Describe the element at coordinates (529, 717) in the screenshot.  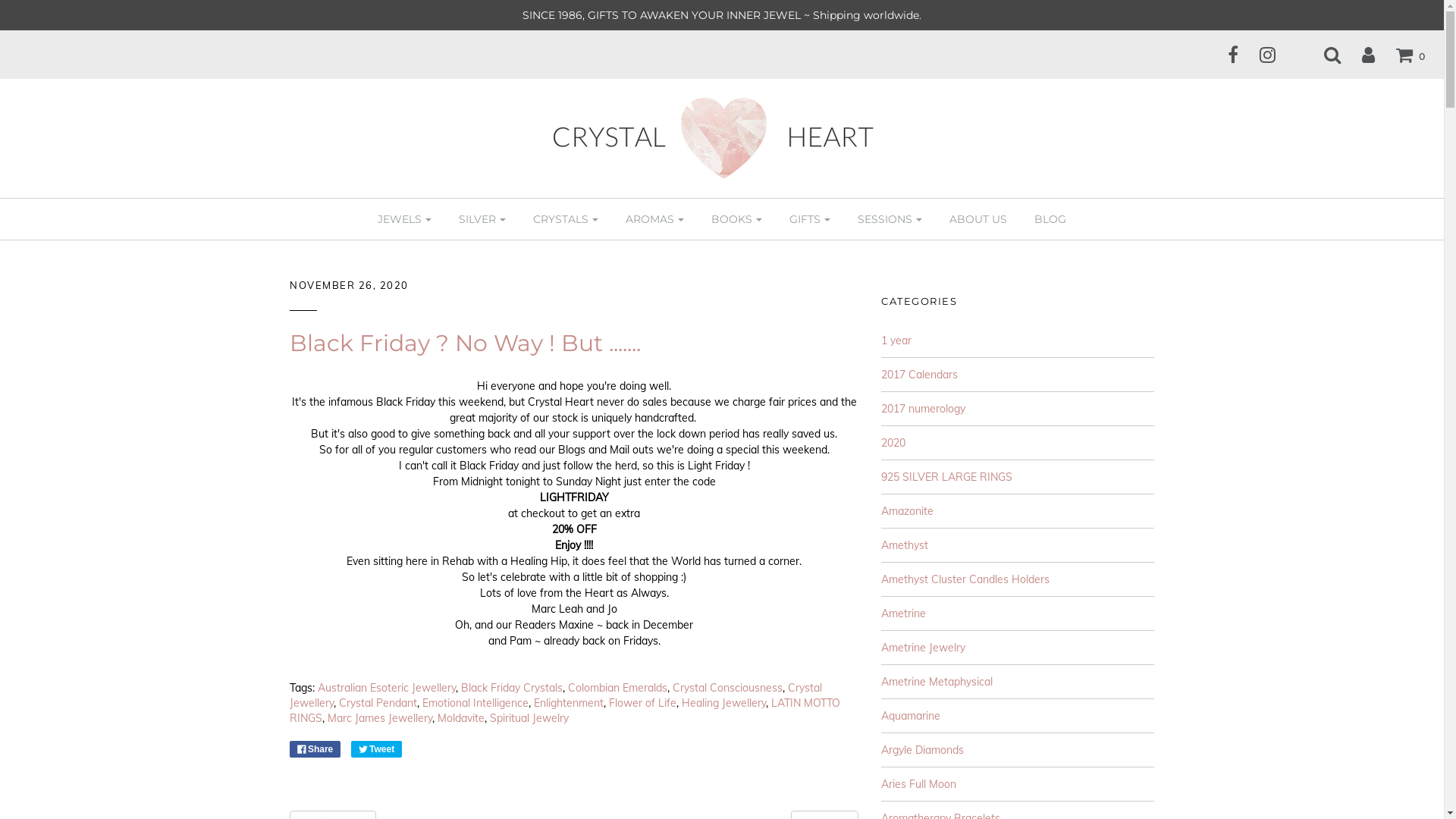
I see `'Spiritual Jewelry'` at that location.